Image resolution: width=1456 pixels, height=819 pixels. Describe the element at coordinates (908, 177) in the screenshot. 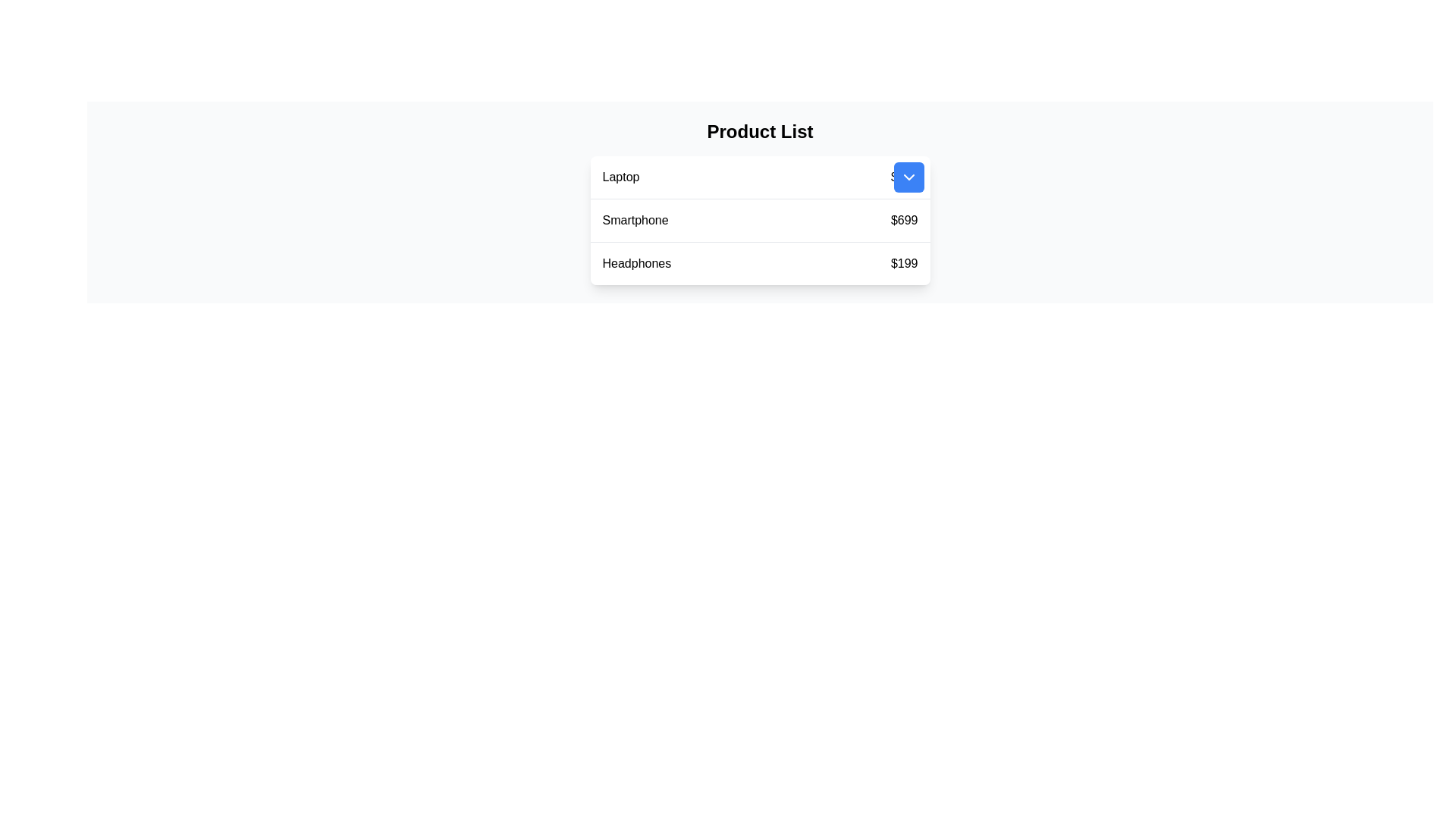

I see `the blue square button with white text and a downward-facing chevron icon located in the top-right corner of the 'Laptop' list item priced at '$999'` at that location.